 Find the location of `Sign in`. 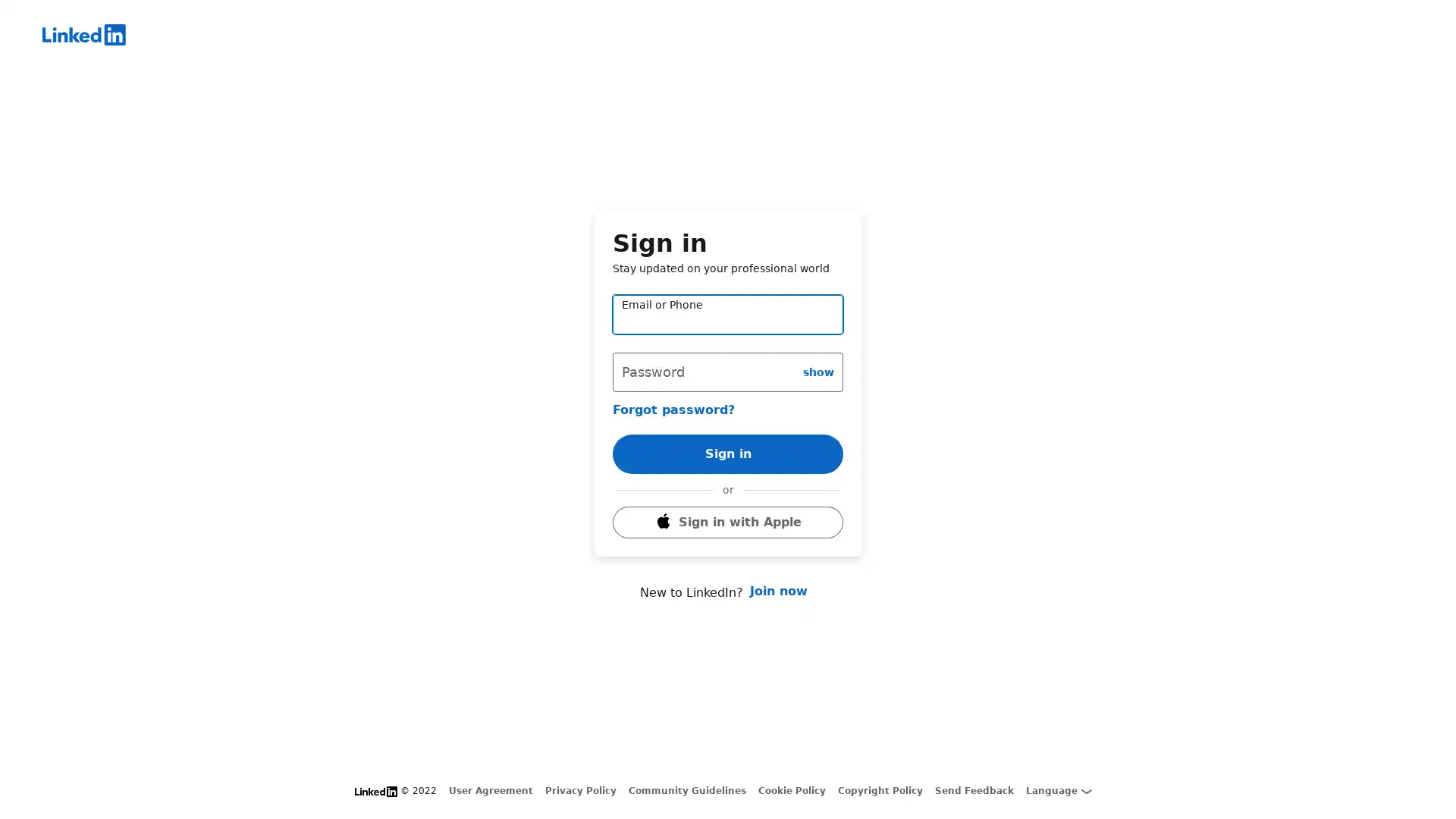

Sign in is located at coordinates (728, 432).